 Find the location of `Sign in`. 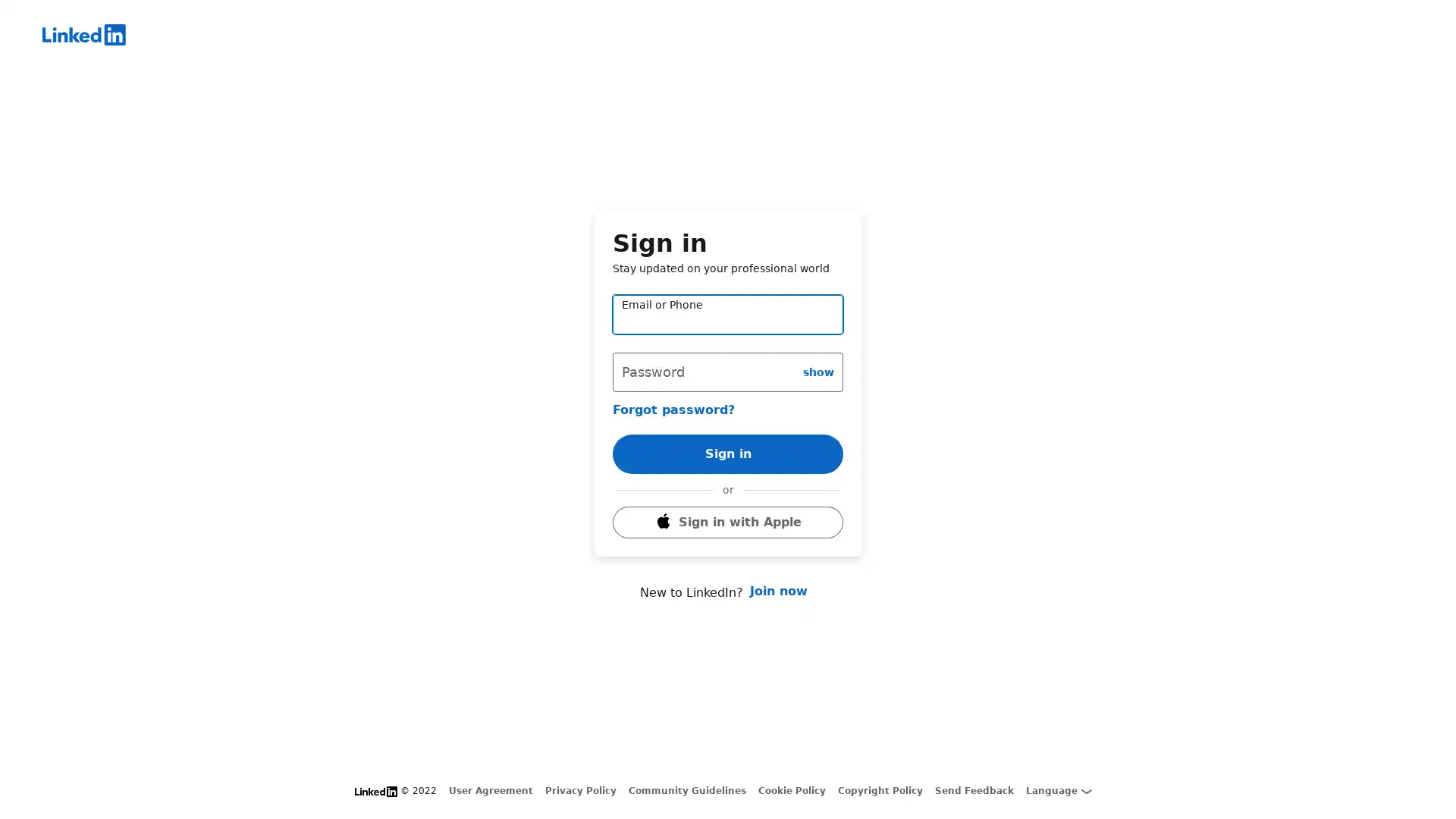

Sign in is located at coordinates (728, 432).